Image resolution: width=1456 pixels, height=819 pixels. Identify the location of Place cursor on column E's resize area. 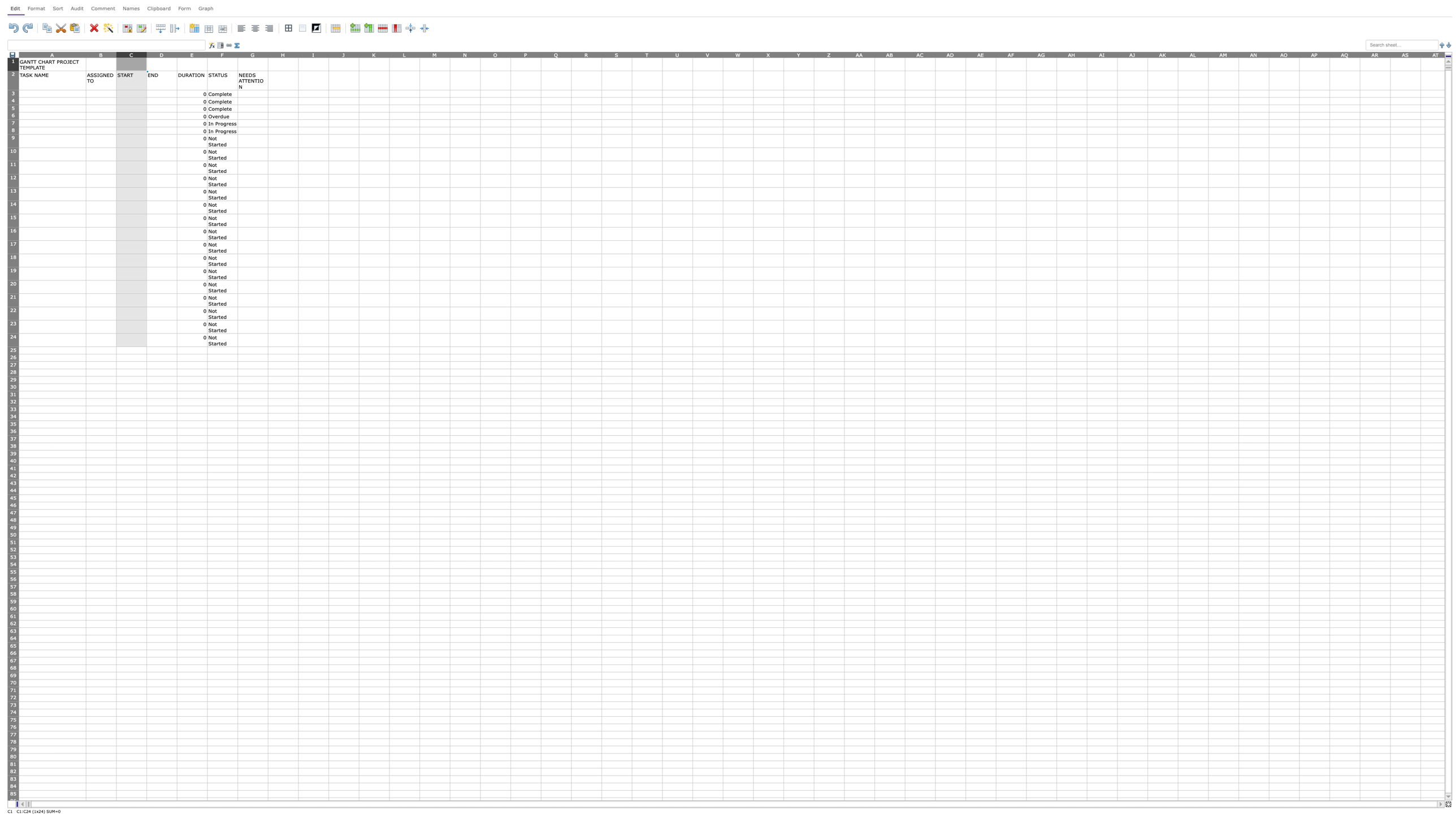
(207, 54).